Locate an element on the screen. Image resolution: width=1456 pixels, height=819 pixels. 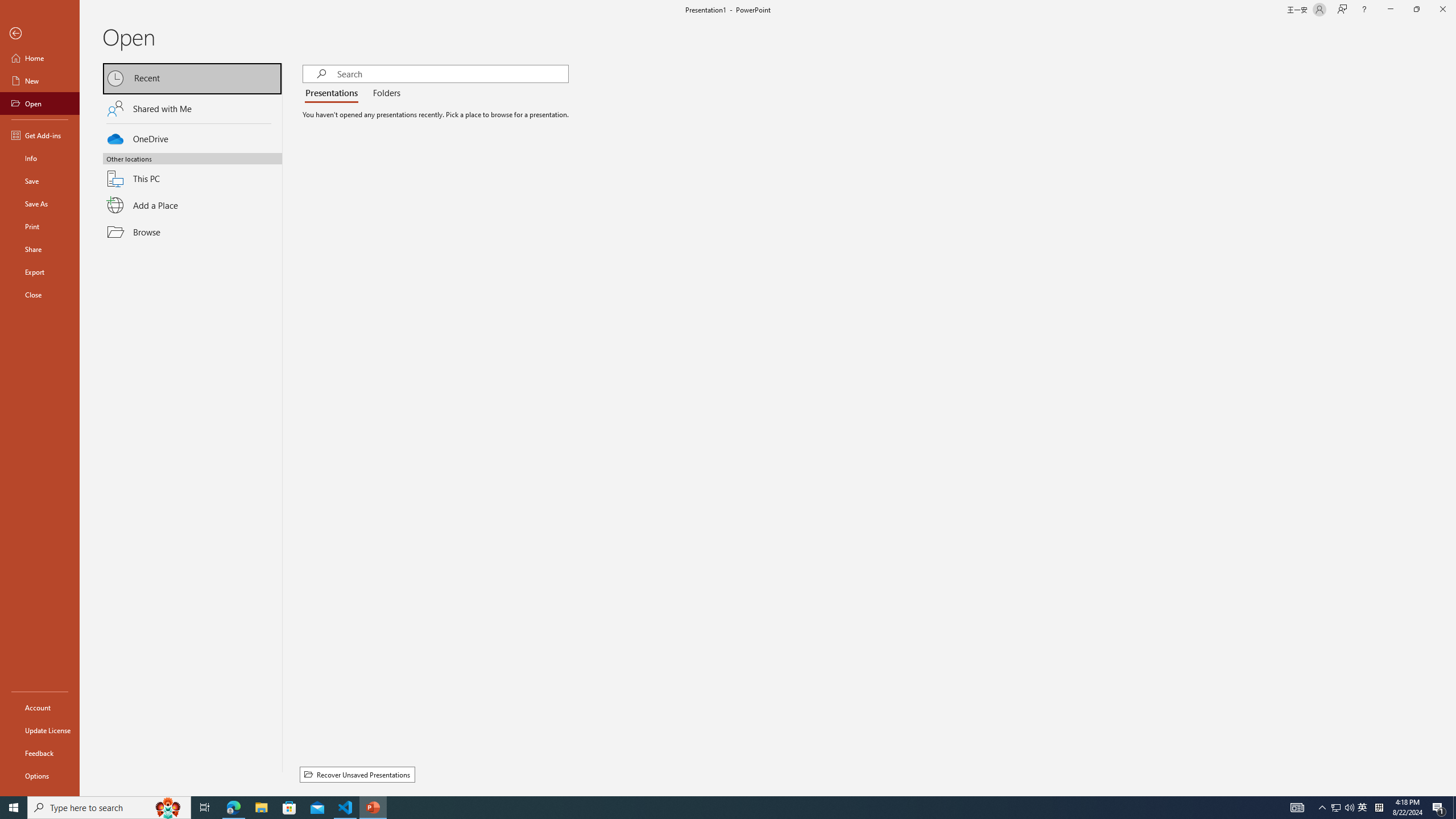
'Update License' is located at coordinates (39, 730).